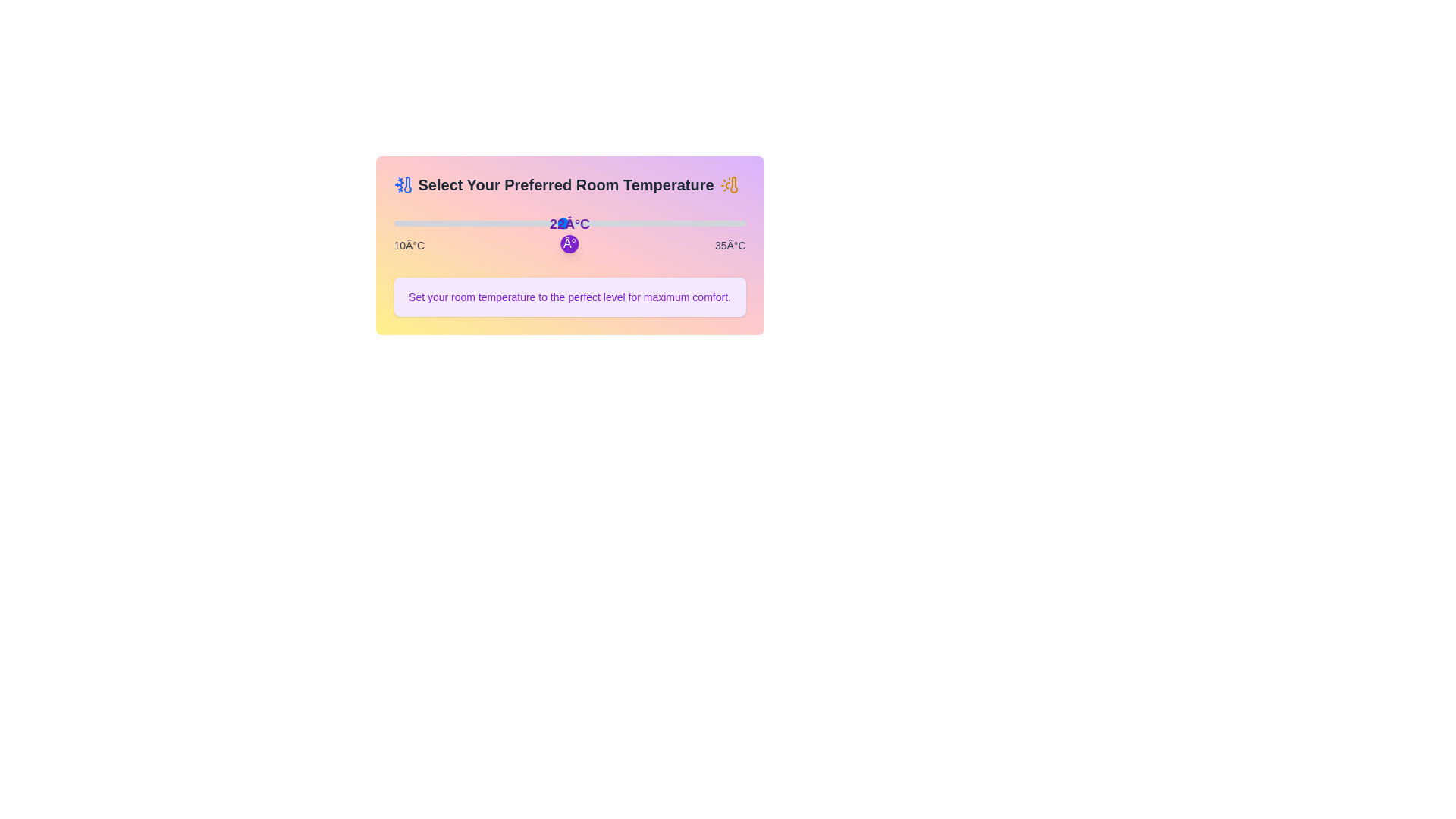  What do you see at coordinates (394, 223) in the screenshot?
I see `the slider to a specific temperature 10 in degrees Celsius` at bounding box center [394, 223].